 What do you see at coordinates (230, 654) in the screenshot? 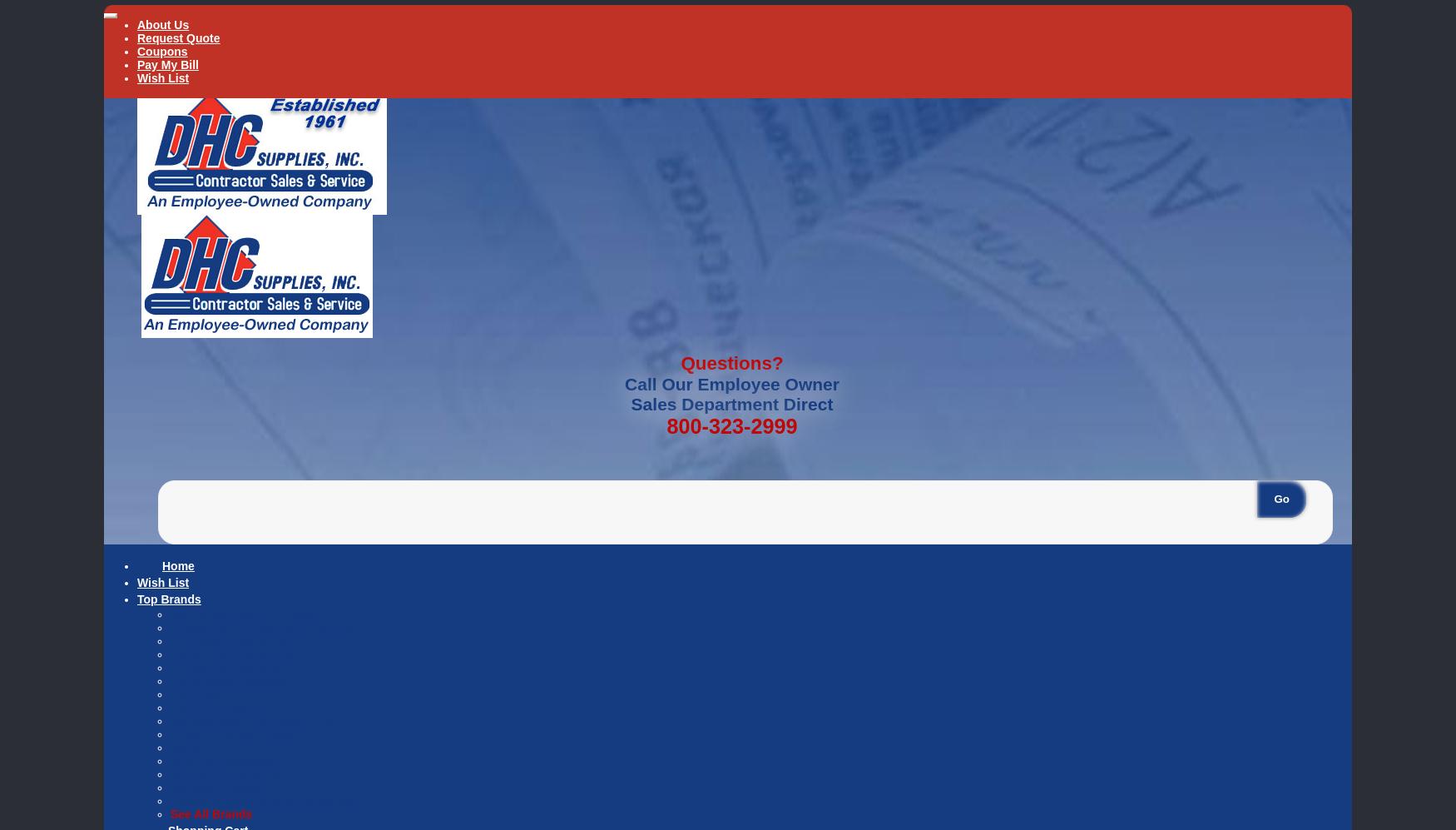
I see `'Danair Auto Hammers'` at bounding box center [230, 654].